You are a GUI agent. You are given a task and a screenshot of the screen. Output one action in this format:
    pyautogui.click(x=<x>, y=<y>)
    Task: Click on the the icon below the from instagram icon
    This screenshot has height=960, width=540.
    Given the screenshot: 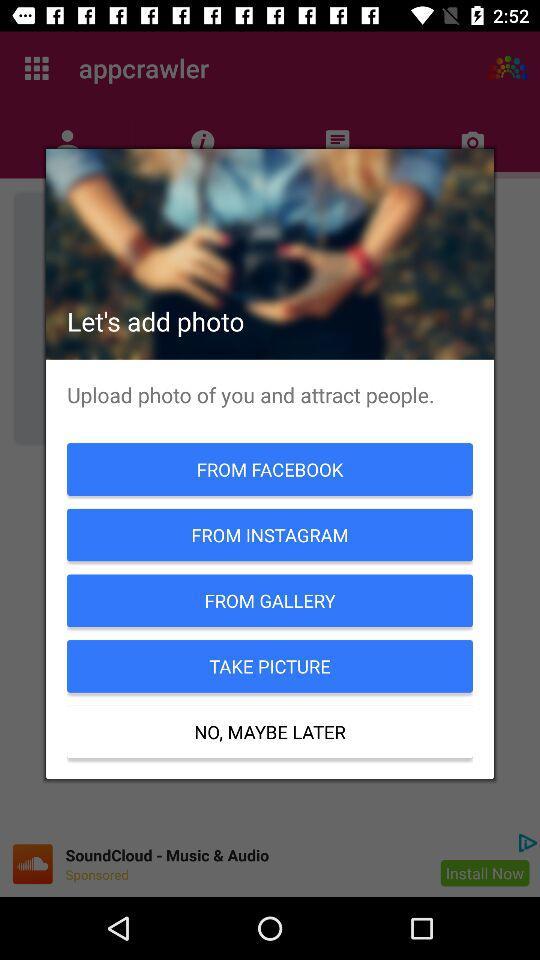 What is the action you would take?
    pyautogui.click(x=270, y=600)
    